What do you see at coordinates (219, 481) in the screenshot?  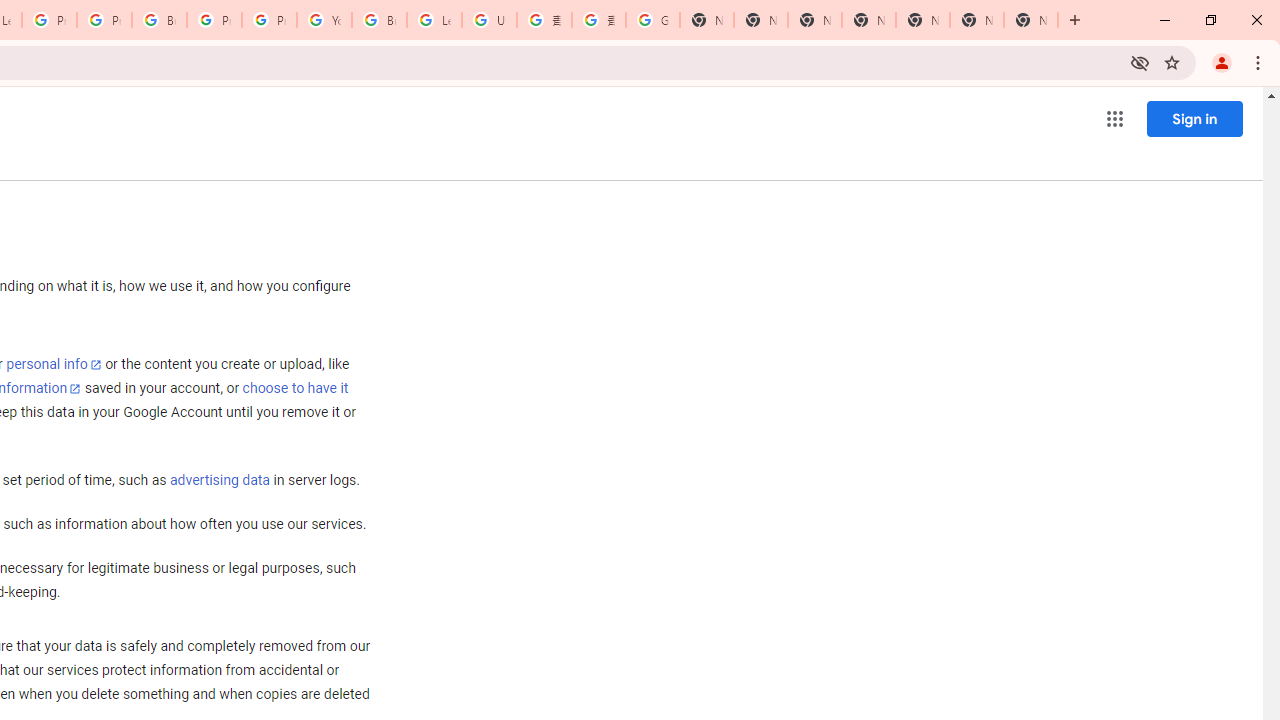 I see `'advertising data'` at bounding box center [219, 481].